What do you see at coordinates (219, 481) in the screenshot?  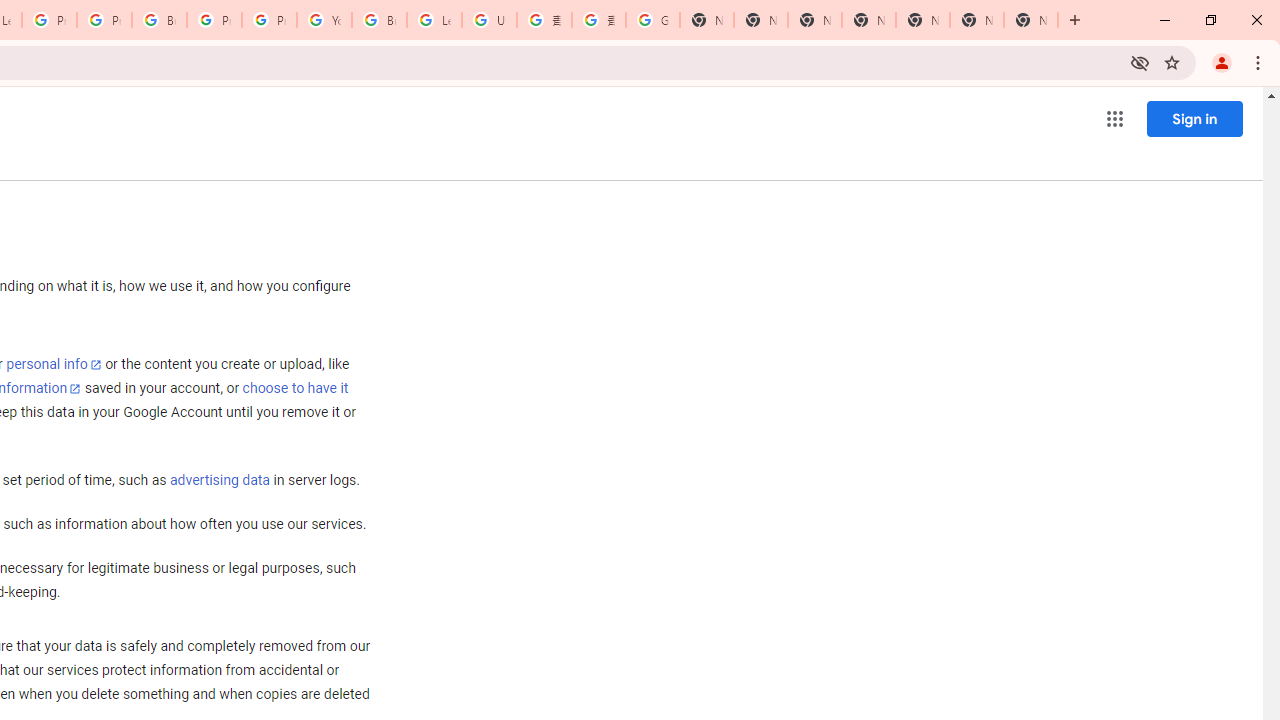 I see `'advertising data'` at bounding box center [219, 481].